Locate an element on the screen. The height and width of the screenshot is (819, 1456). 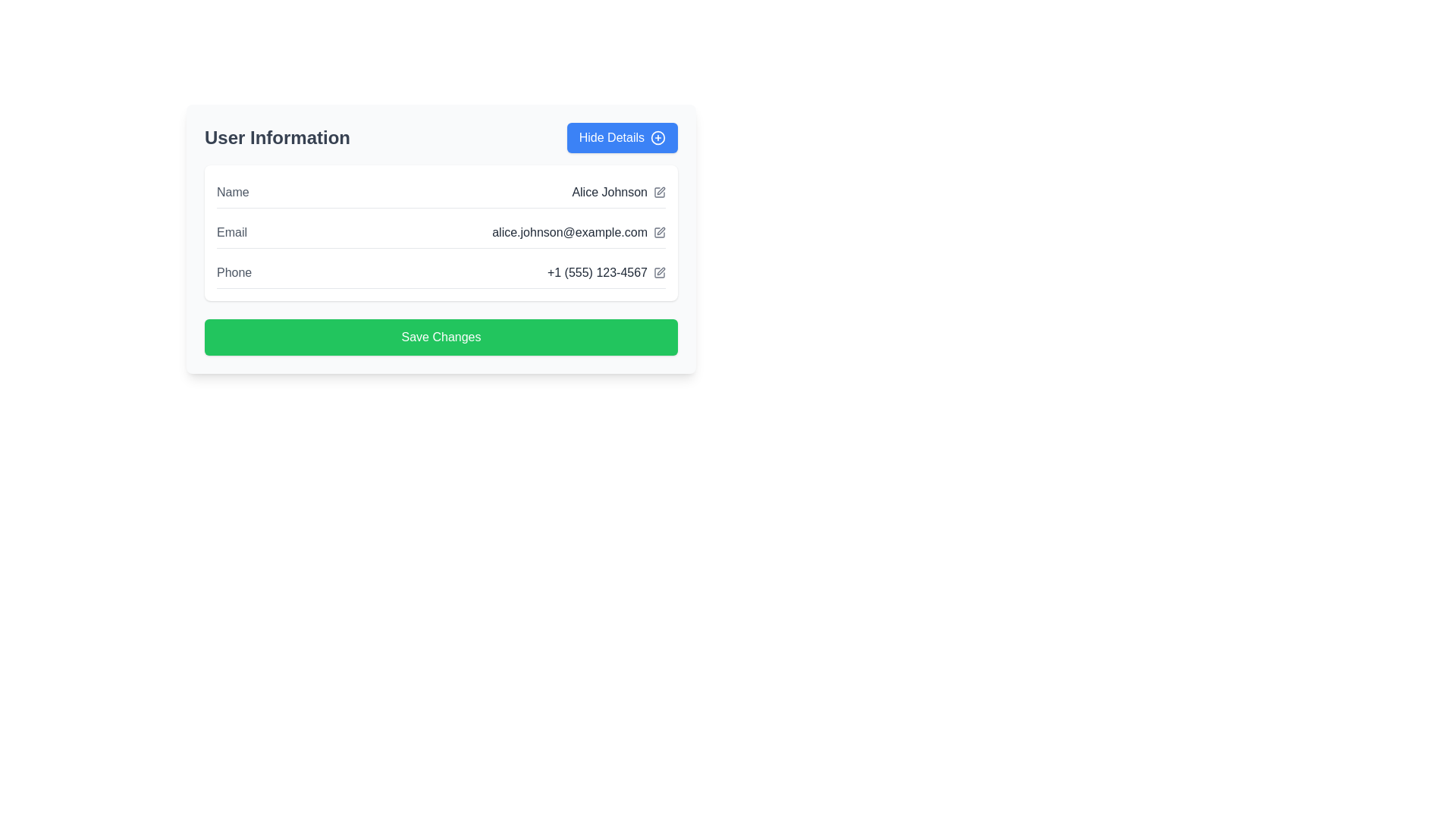
the edit or pencil icon located to the right of the email address field labeled 'alice.johnson@example.com' in the 'User Information' section is located at coordinates (661, 231).